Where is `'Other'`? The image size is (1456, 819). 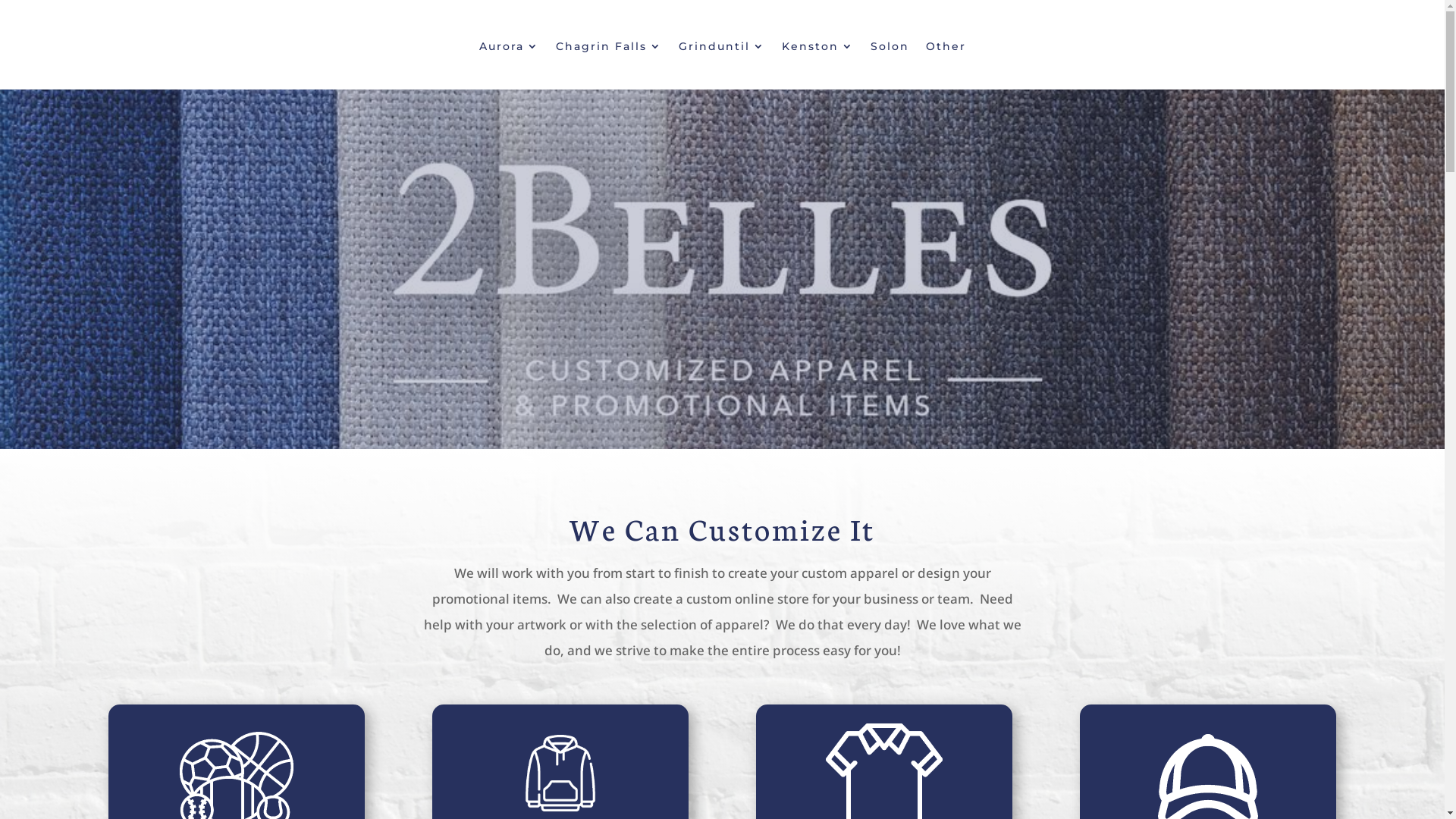 'Other' is located at coordinates (944, 49).